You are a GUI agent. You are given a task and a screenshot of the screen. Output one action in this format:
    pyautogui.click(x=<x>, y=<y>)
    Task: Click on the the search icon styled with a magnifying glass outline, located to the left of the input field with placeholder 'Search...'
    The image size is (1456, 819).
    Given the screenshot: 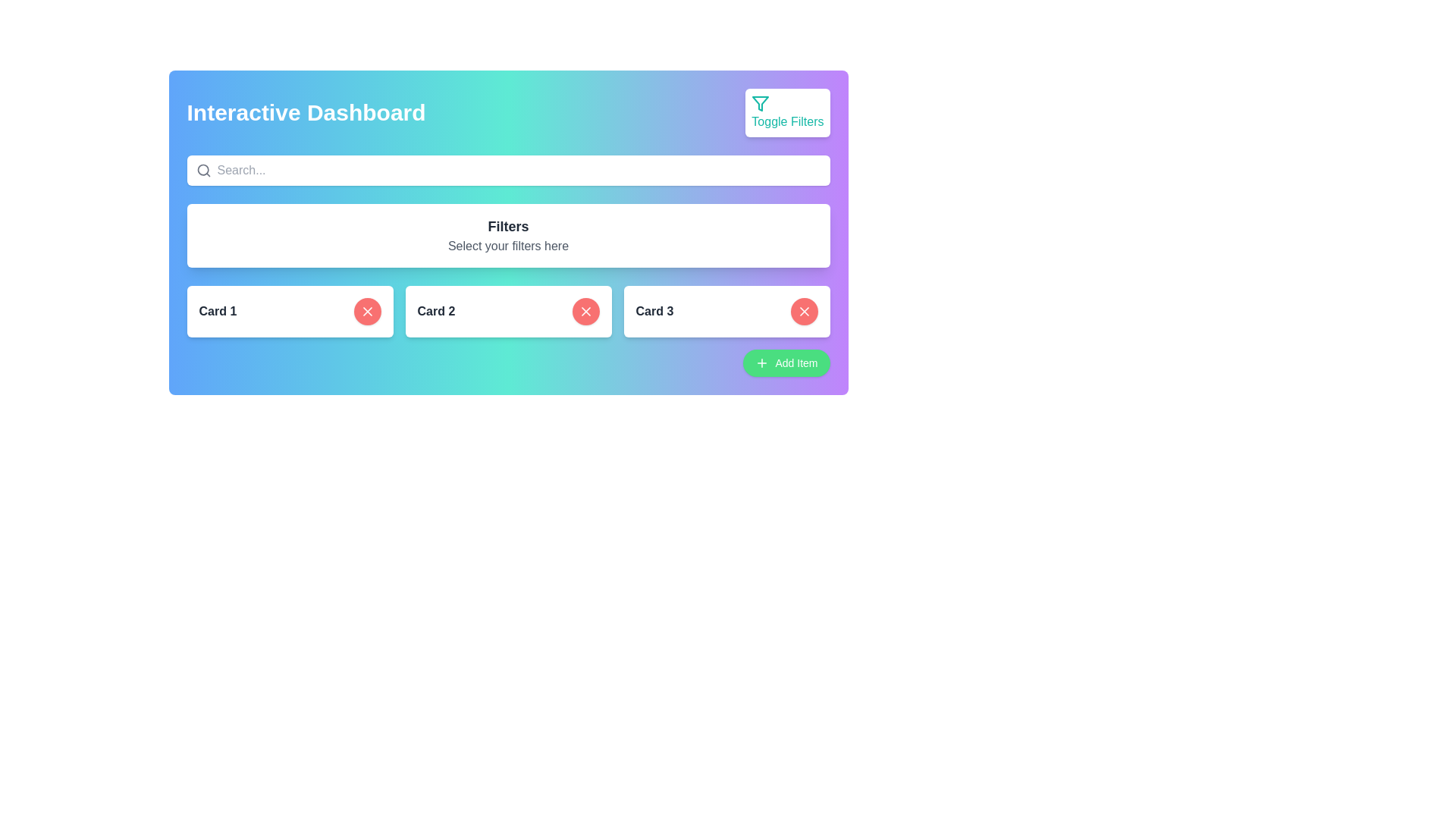 What is the action you would take?
    pyautogui.click(x=202, y=170)
    